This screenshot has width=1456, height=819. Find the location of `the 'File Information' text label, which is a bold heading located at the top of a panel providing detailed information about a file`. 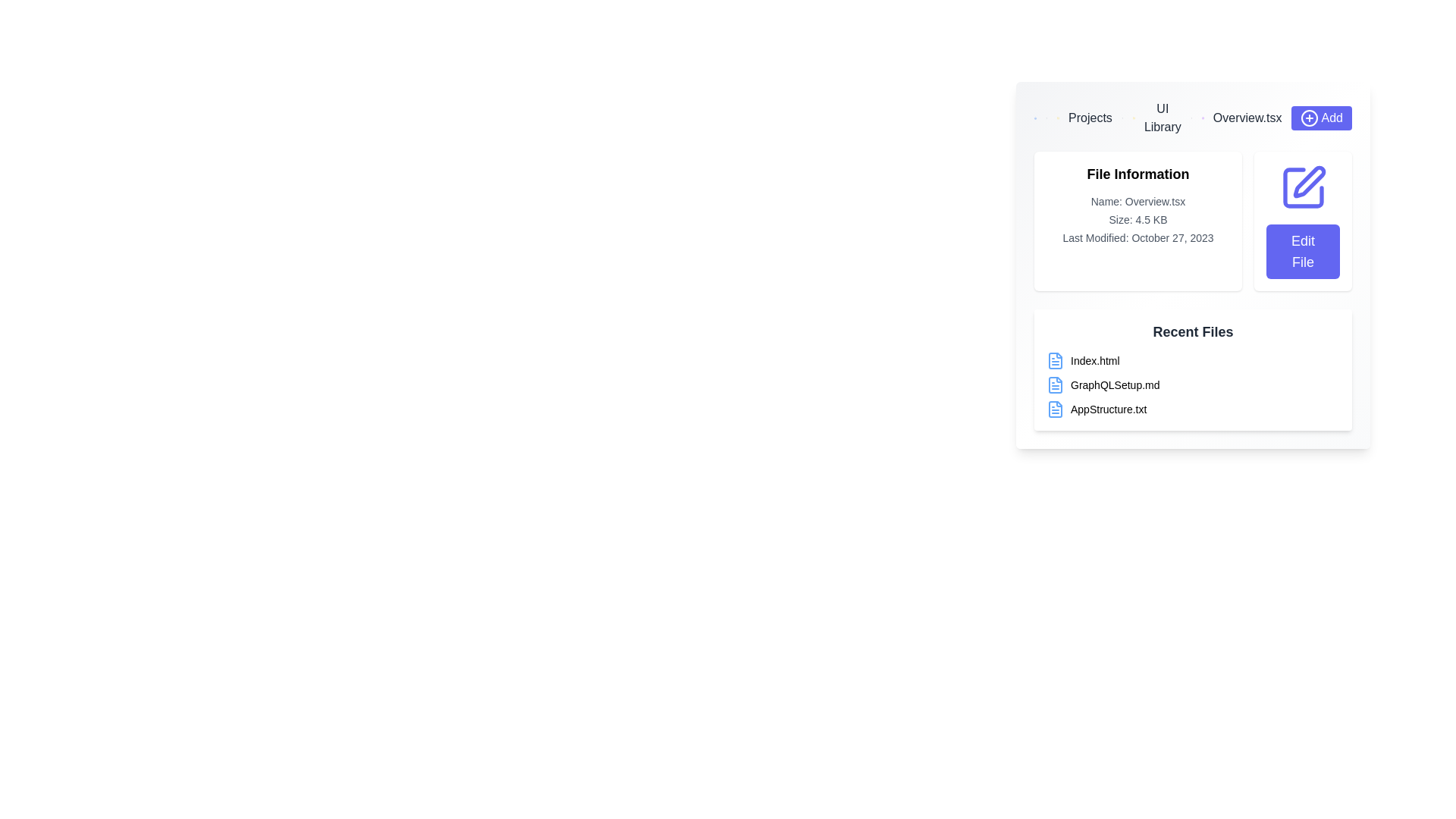

the 'File Information' text label, which is a bold heading located at the top of a panel providing detailed information about a file is located at coordinates (1138, 174).